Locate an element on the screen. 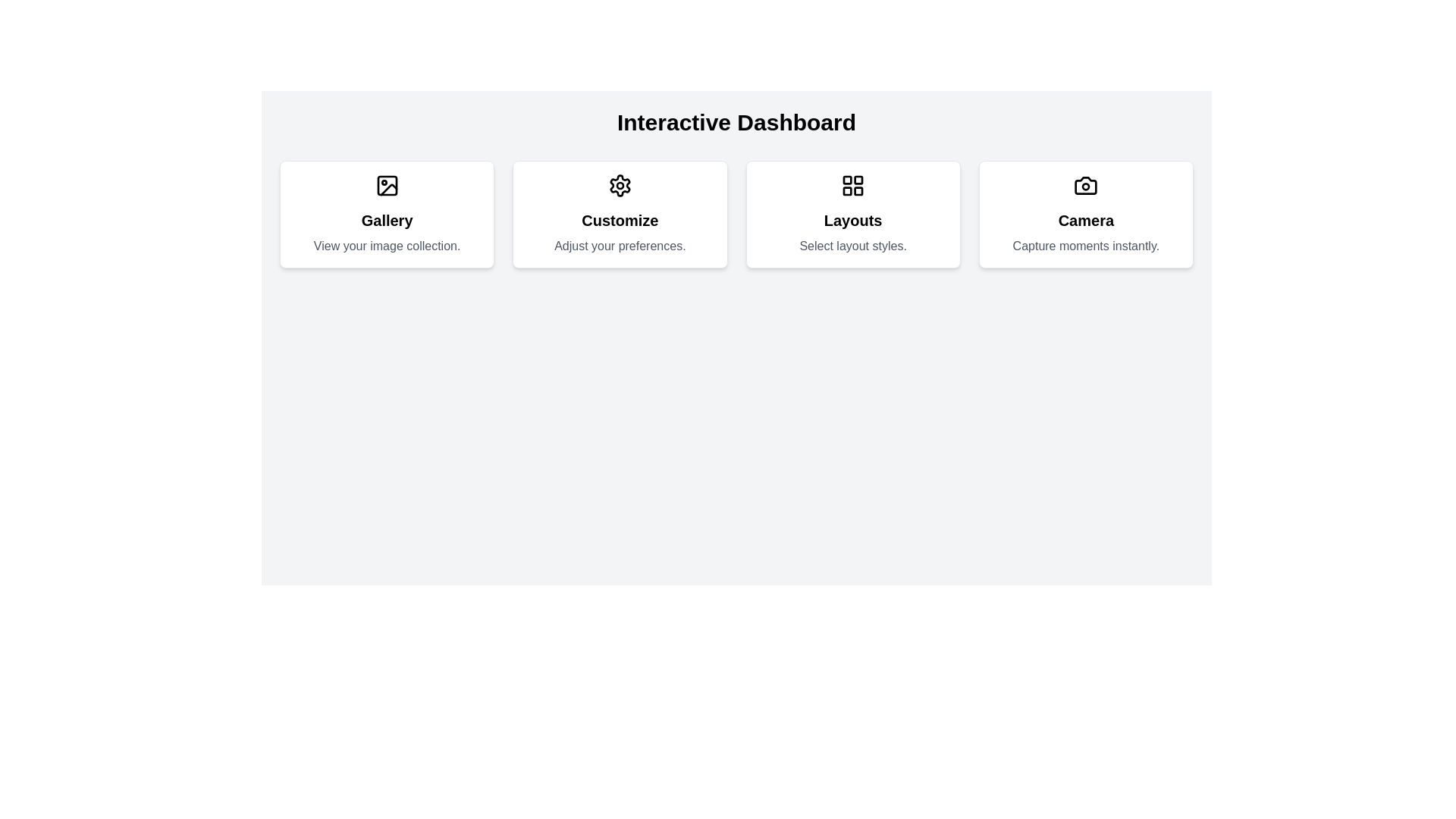  the 'Customize' text label, which serves as the title for the Customize feature, located in the center card of the interface is located at coordinates (620, 220).